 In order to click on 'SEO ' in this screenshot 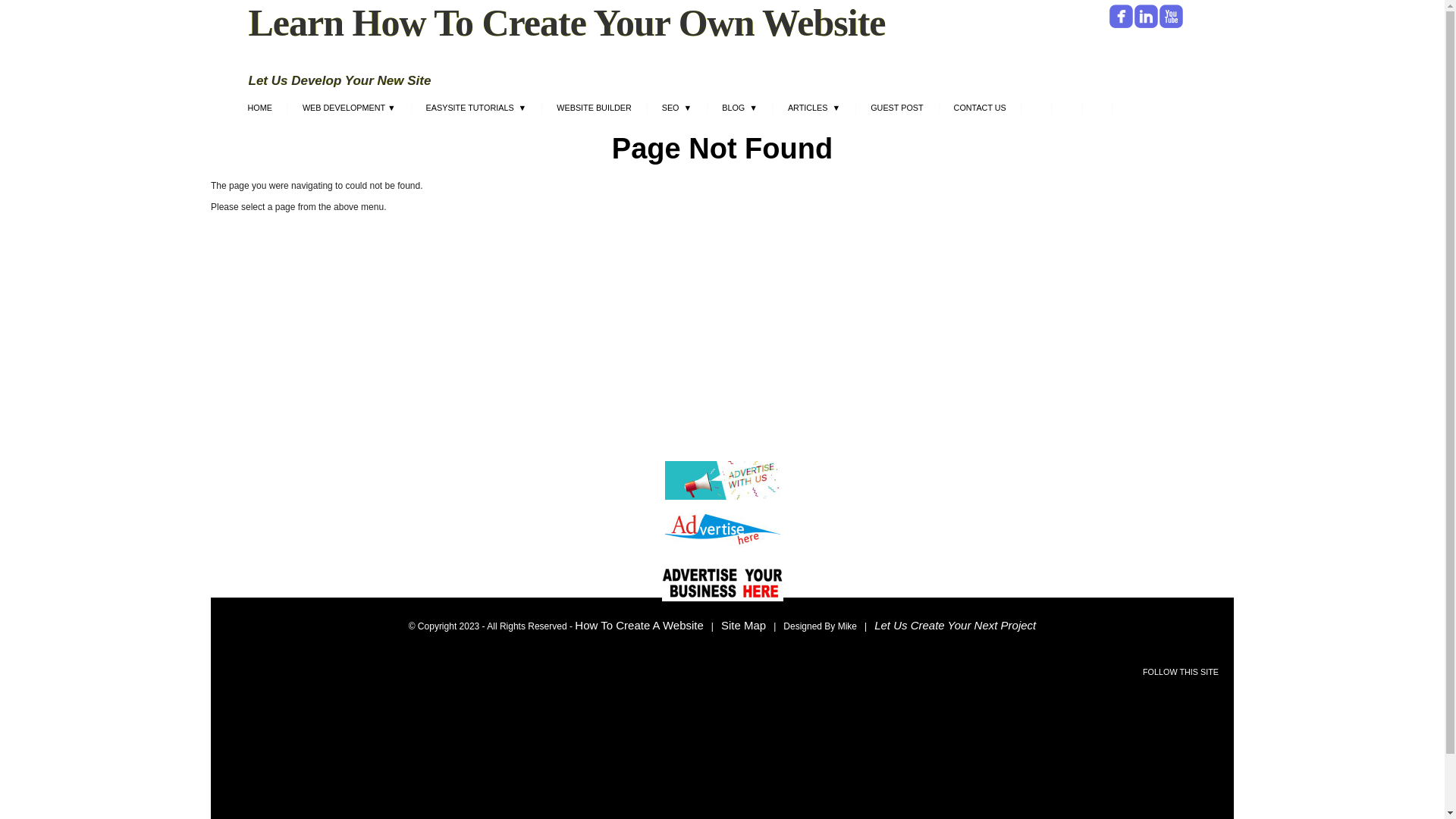, I will do `click(676, 109)`.